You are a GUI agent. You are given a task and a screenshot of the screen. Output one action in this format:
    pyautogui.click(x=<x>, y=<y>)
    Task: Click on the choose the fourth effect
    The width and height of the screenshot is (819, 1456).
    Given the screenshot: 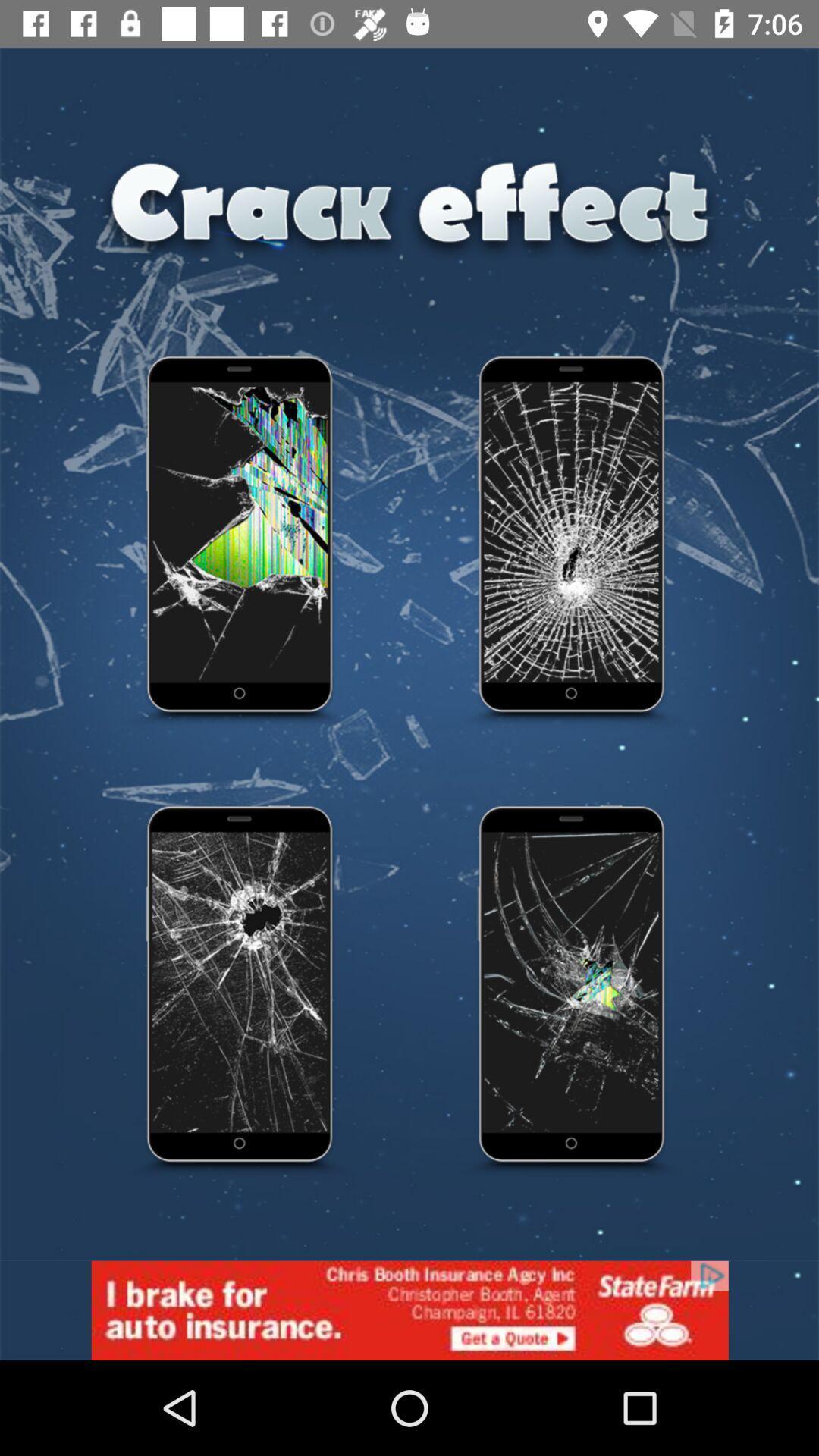 What is the action you would take?
    pyautogui.click(x=573, y=992)
    